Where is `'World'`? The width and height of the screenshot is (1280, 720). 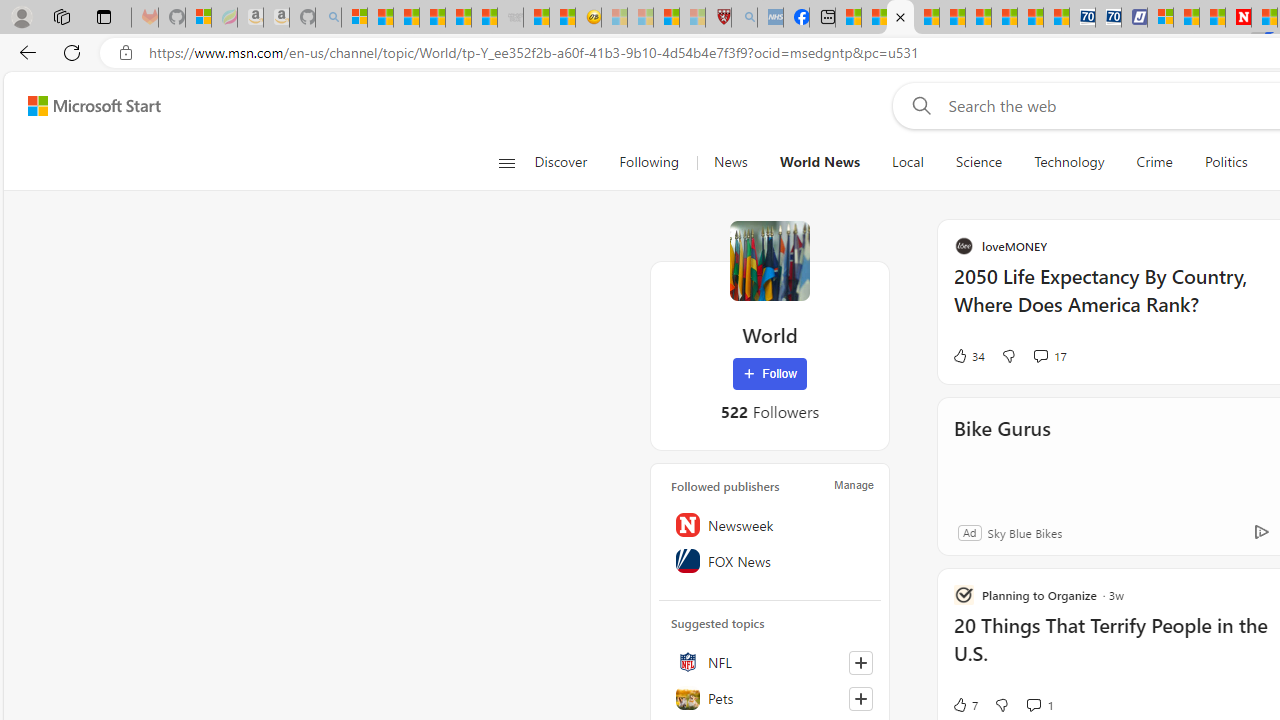 'World' is located at coordinates (768, 260).